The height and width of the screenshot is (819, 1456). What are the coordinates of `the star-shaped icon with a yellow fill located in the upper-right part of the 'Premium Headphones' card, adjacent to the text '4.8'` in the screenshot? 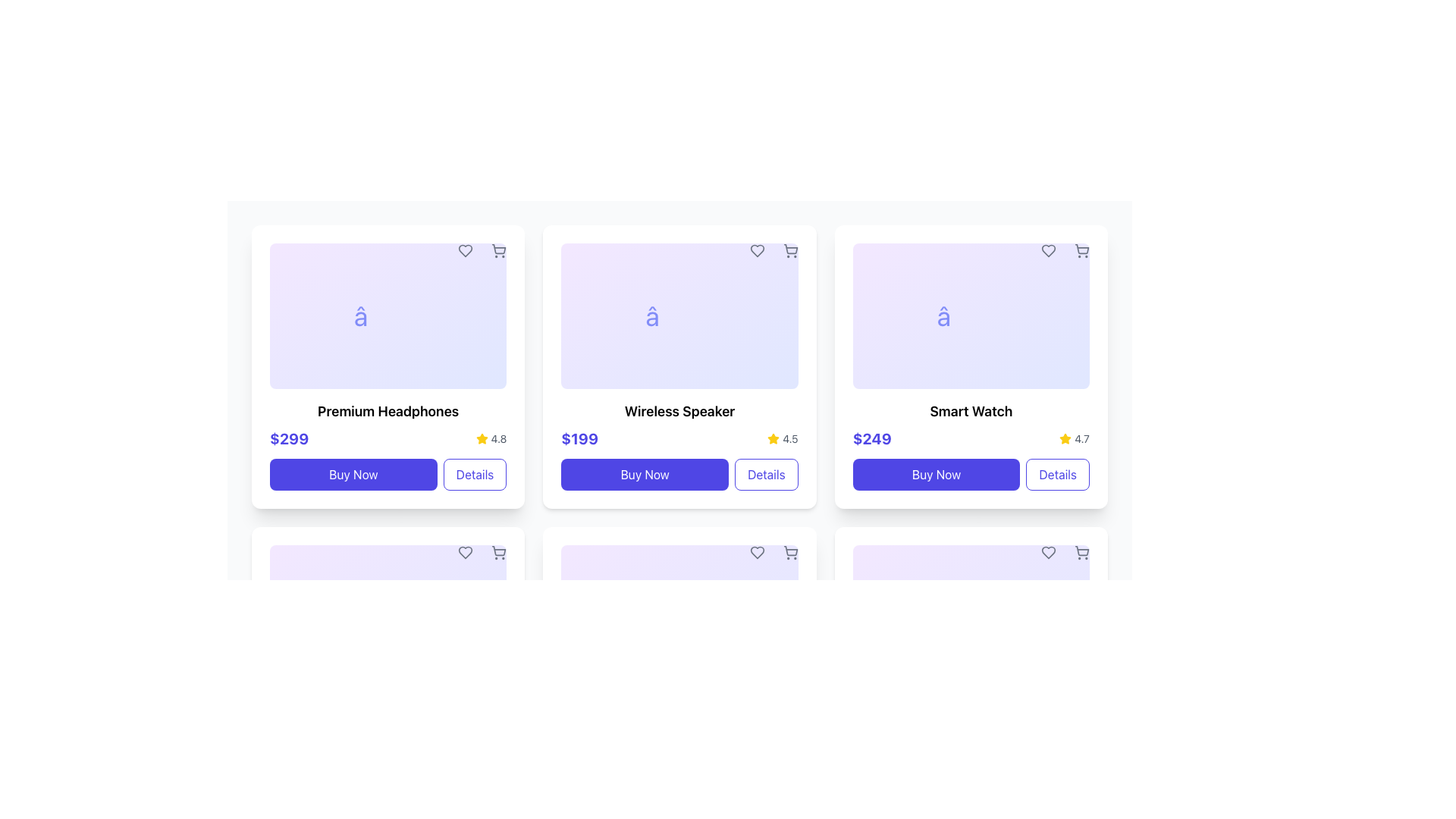 It's located at (481, 438).